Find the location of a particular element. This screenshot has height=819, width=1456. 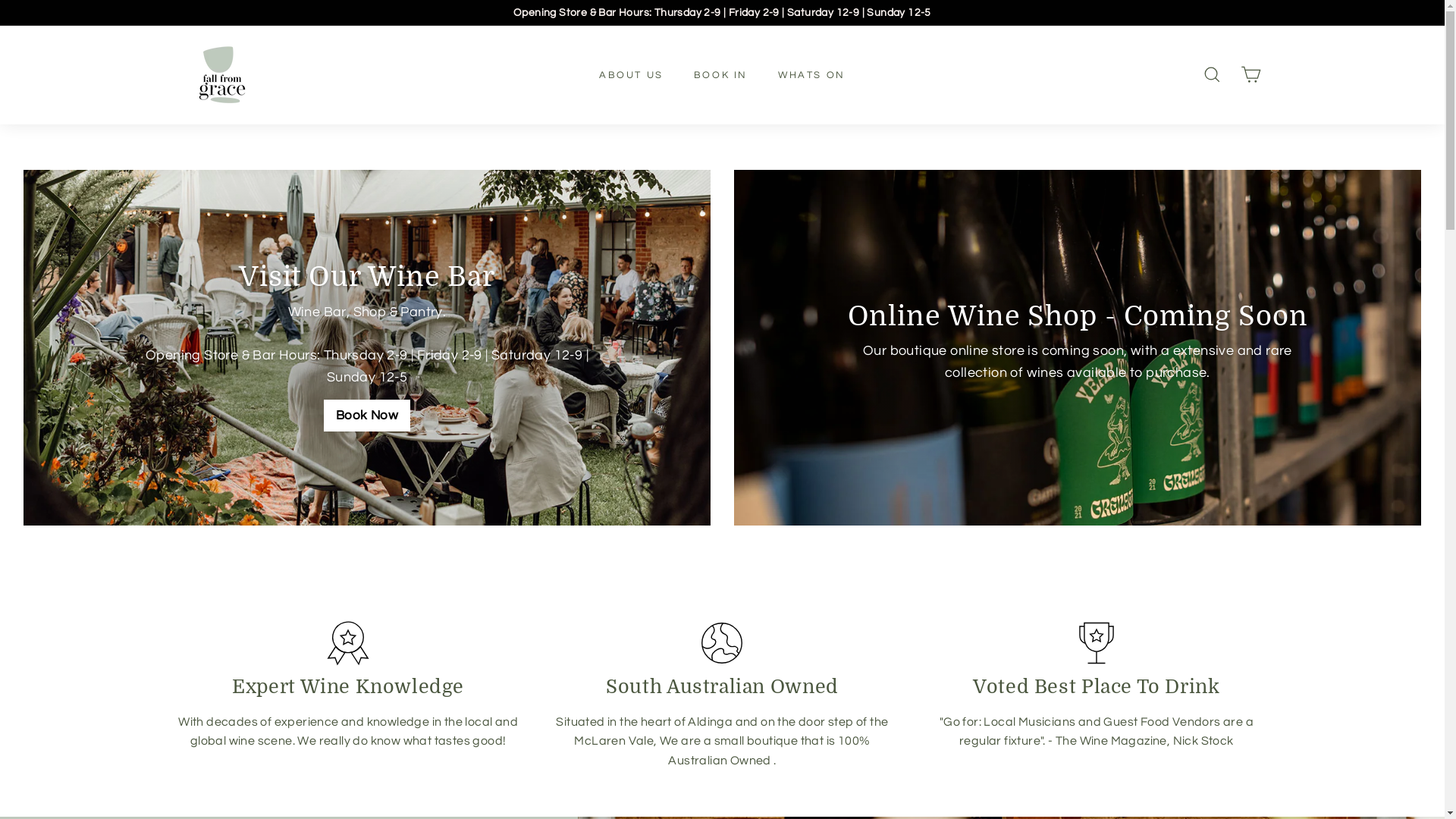

'SEARCH' is located at coordinates (1210, 74).